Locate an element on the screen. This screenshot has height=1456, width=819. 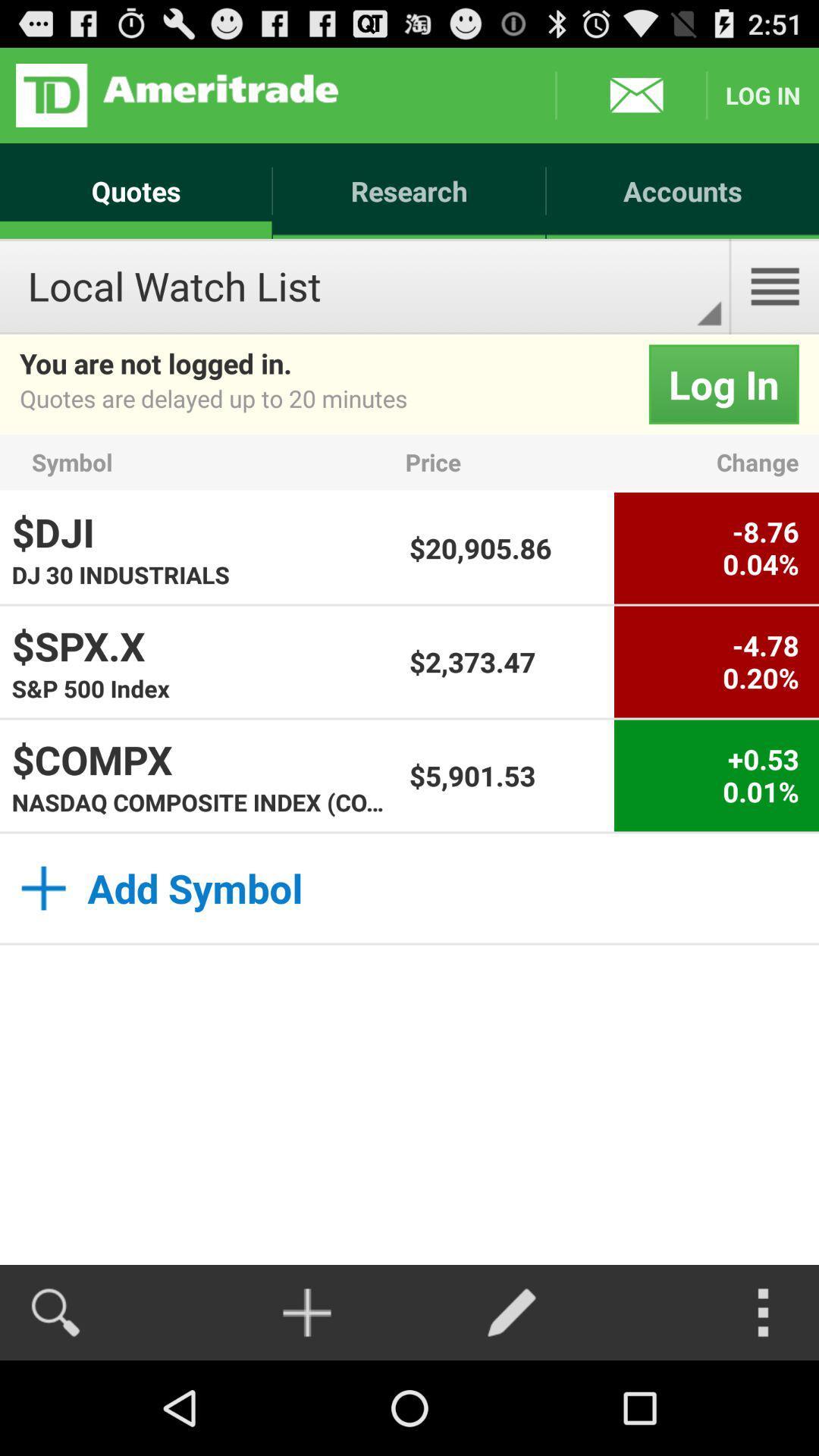
logo button is located at coordinates (176, 94).